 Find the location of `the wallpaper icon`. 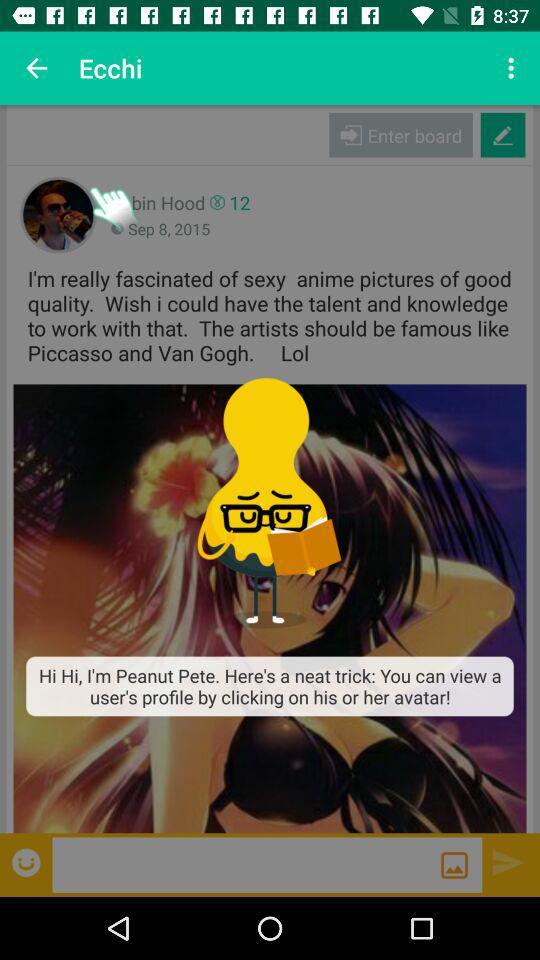

the wallpaper icon is located at coordinates (454, 864).